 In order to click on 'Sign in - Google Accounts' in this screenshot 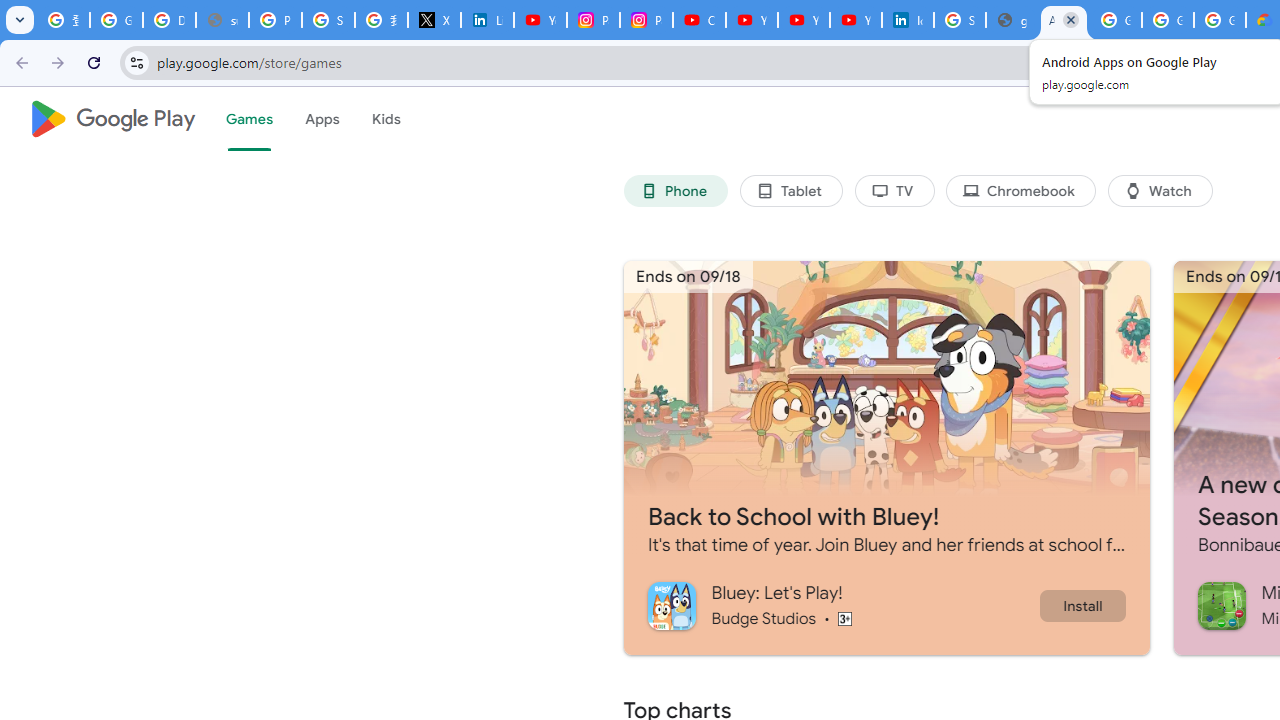, I will do `click(328, 20)`.